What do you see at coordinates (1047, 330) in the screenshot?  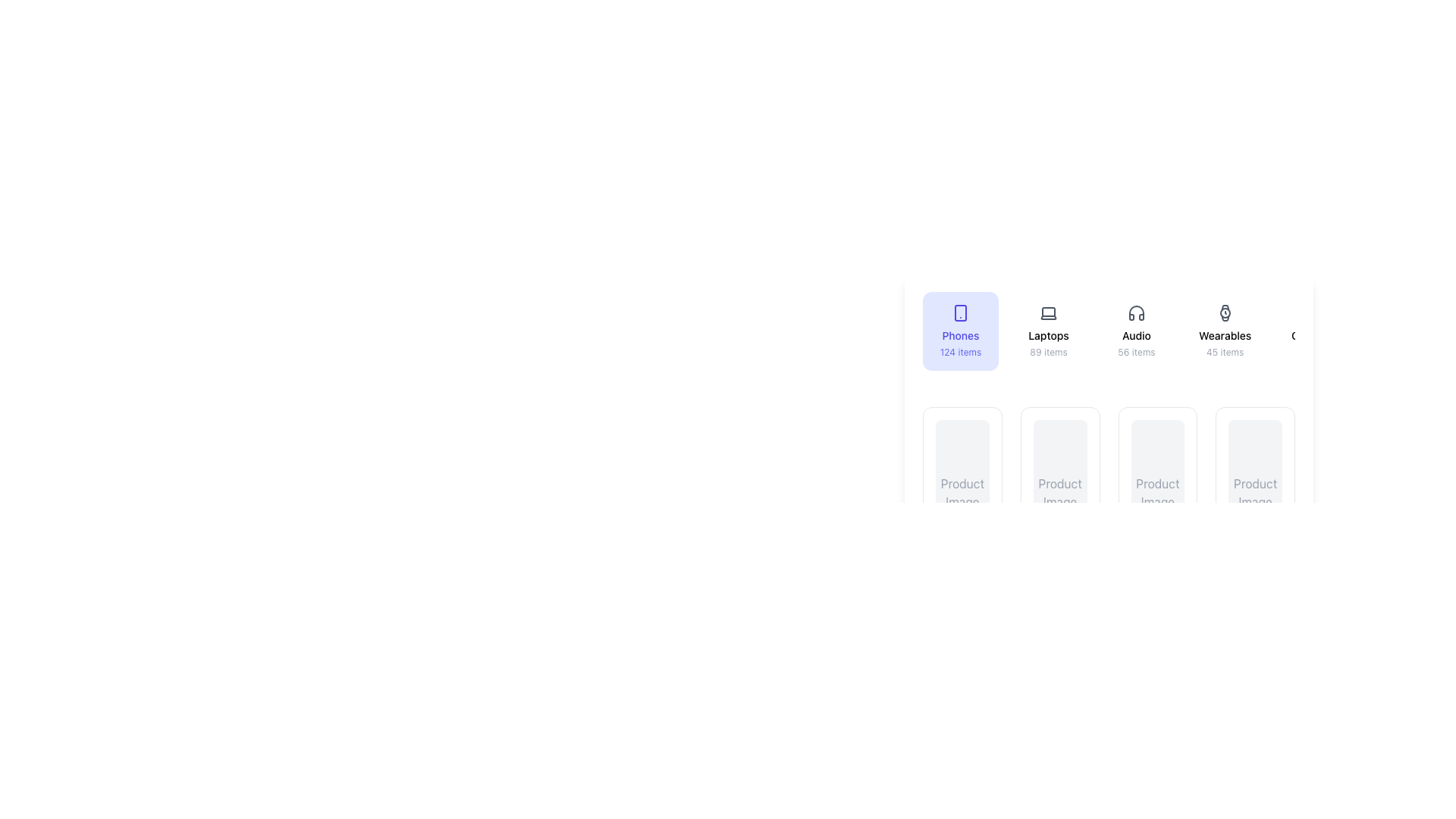 I see `the 'Laptops' category button, which is visually represented by a laptop icon above the text 'Laptops' and '89 items'` at bounding box center [1047, 330].